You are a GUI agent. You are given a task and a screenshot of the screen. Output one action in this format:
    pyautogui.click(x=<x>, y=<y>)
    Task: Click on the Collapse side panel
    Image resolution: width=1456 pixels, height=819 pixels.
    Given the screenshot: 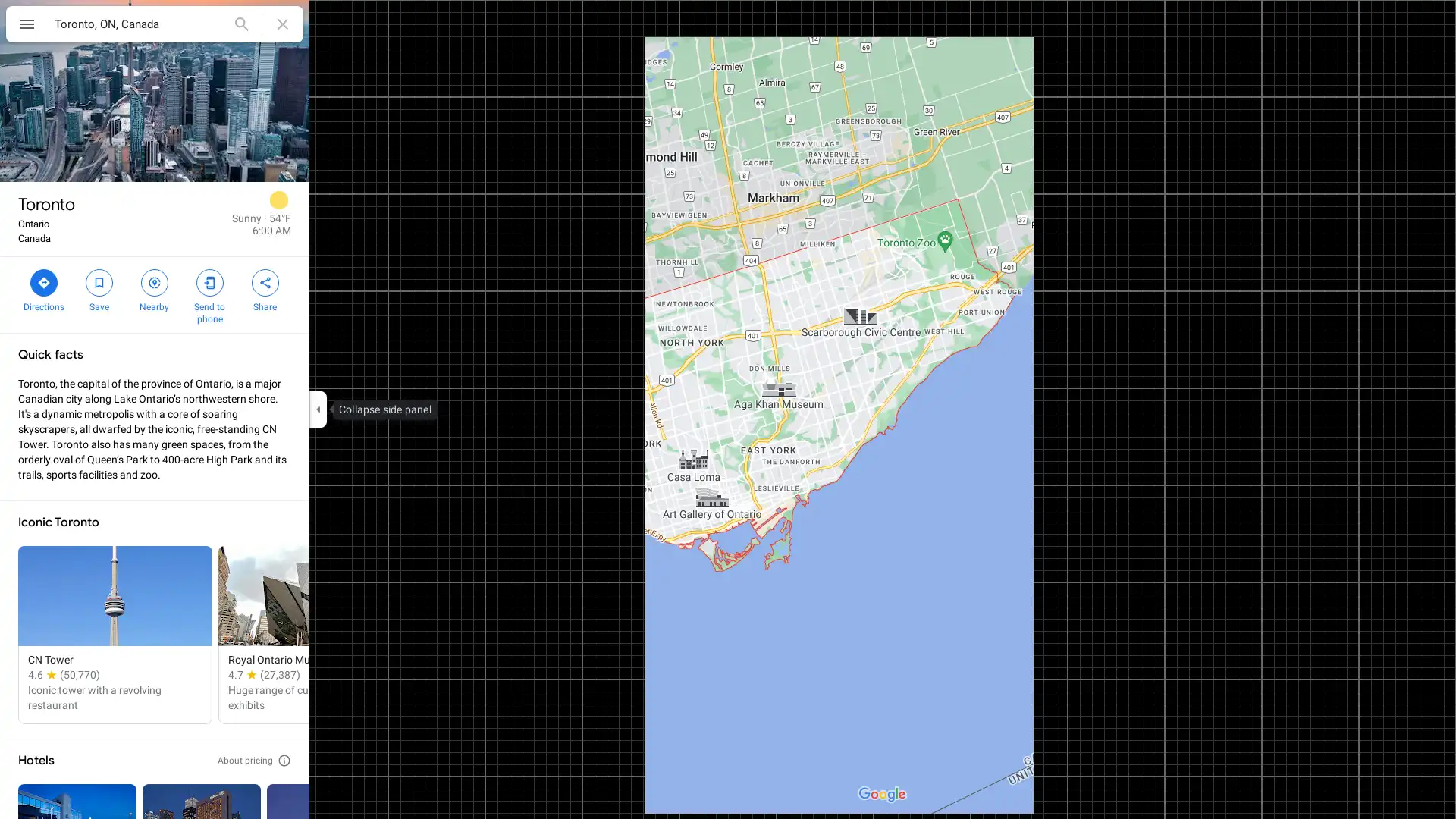 What is the action you would take?
    pyautogui.click(x=317, y=409)
    